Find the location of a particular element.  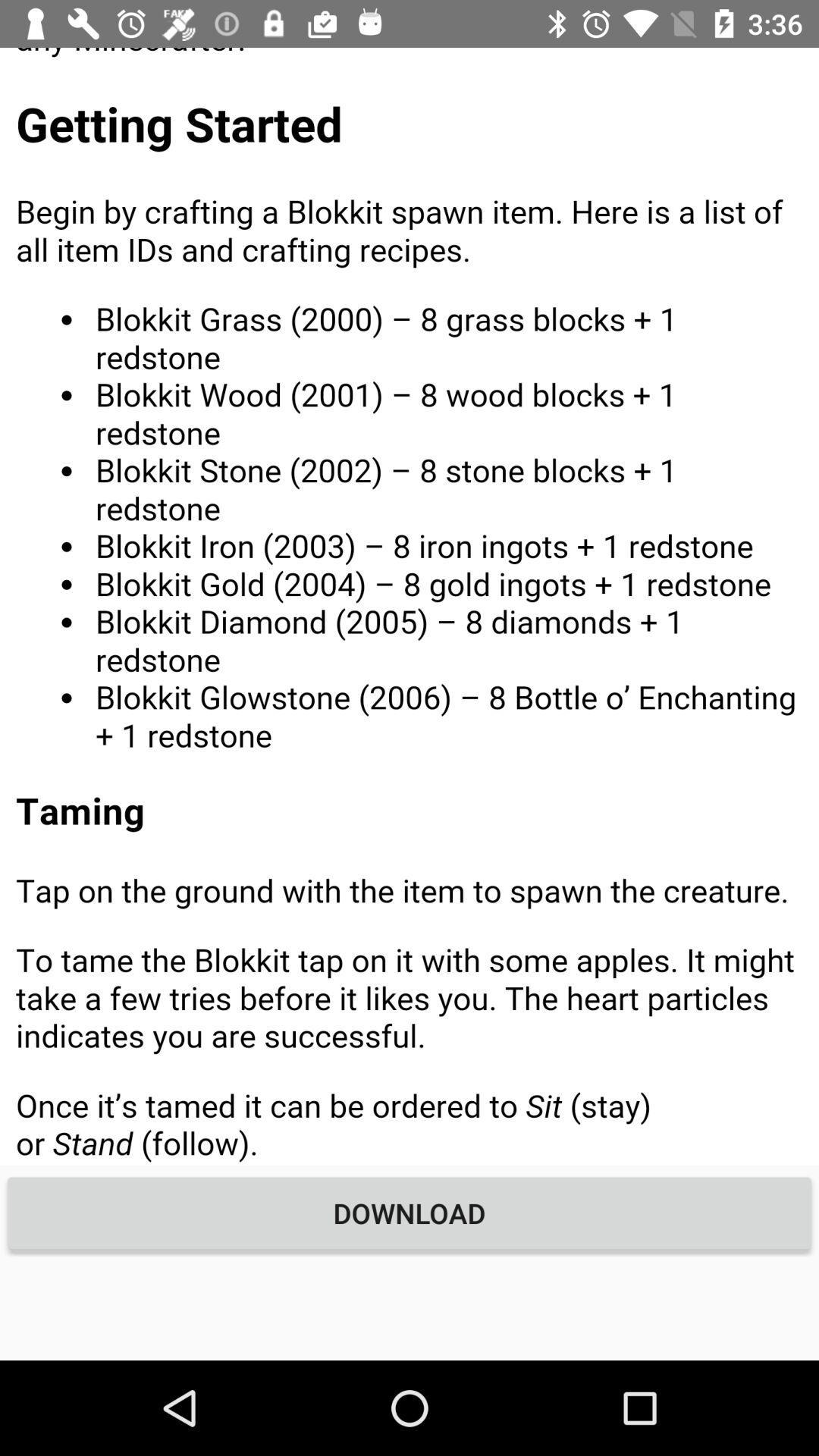

click all text is located at coordinates (409, 605).